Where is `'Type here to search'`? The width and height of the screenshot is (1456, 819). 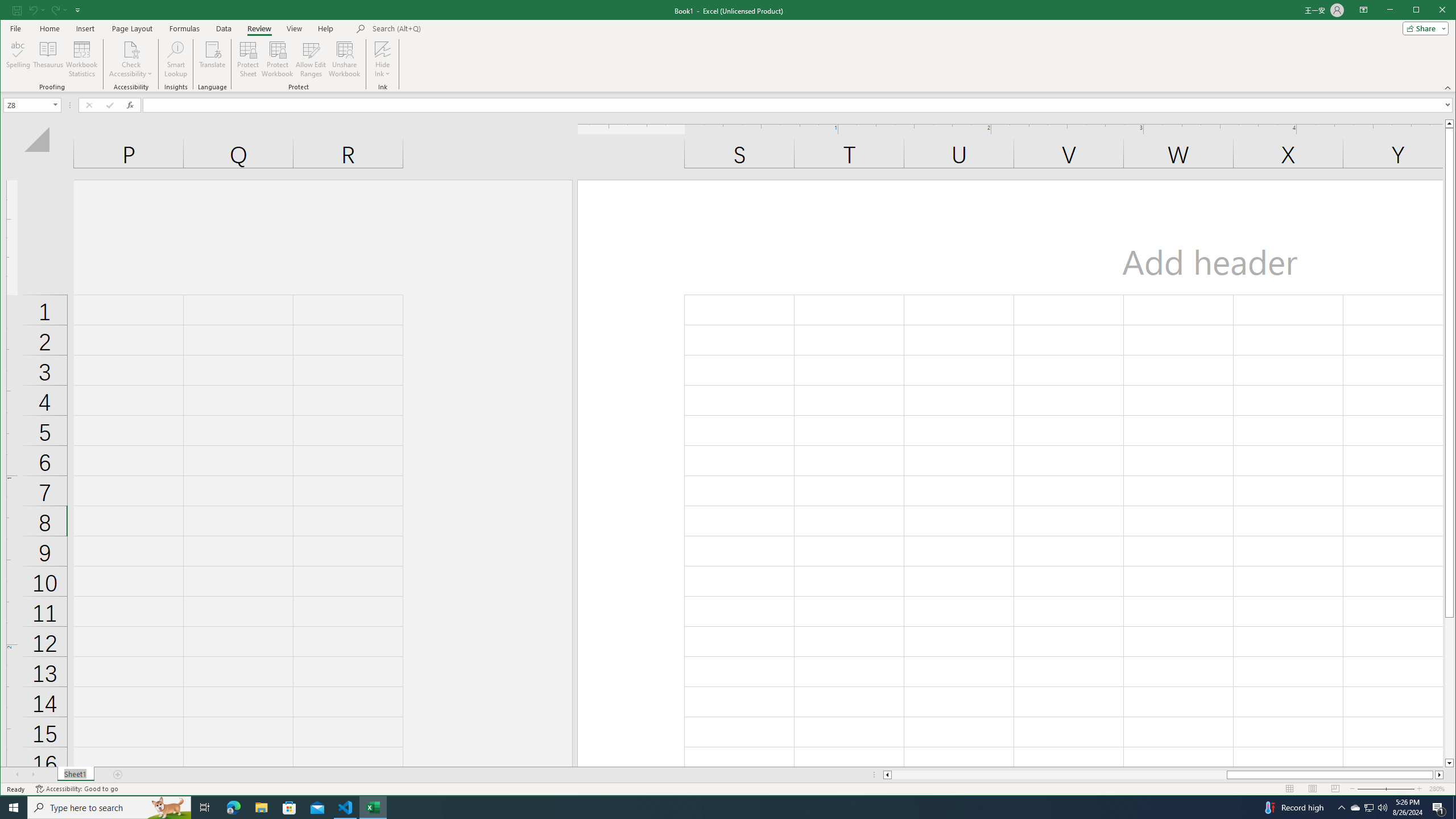
'Type here to search' is located at coordinates (109, 806).